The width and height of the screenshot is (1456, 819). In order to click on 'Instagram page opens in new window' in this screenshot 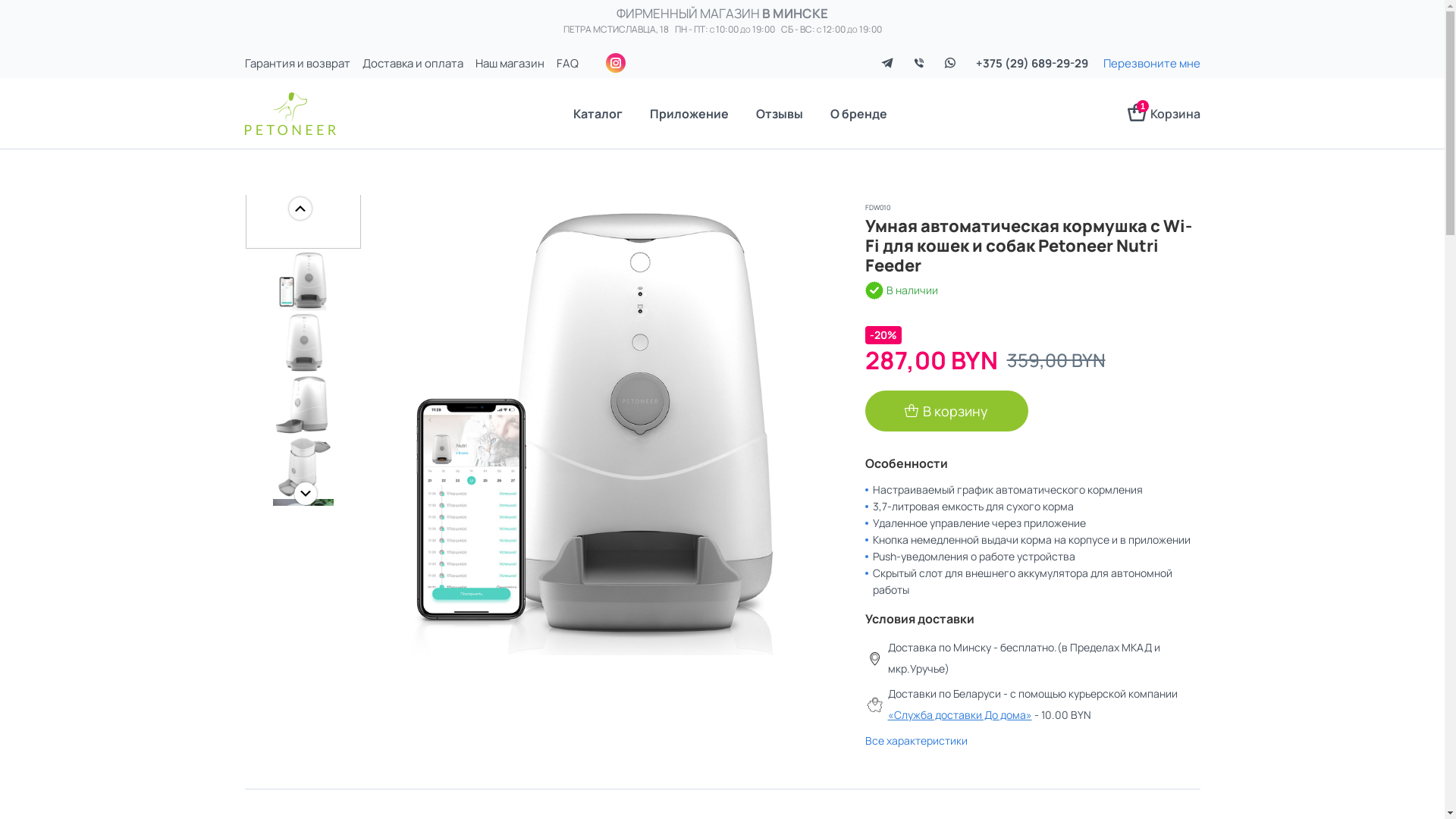, I will do `click(615, 62)`.